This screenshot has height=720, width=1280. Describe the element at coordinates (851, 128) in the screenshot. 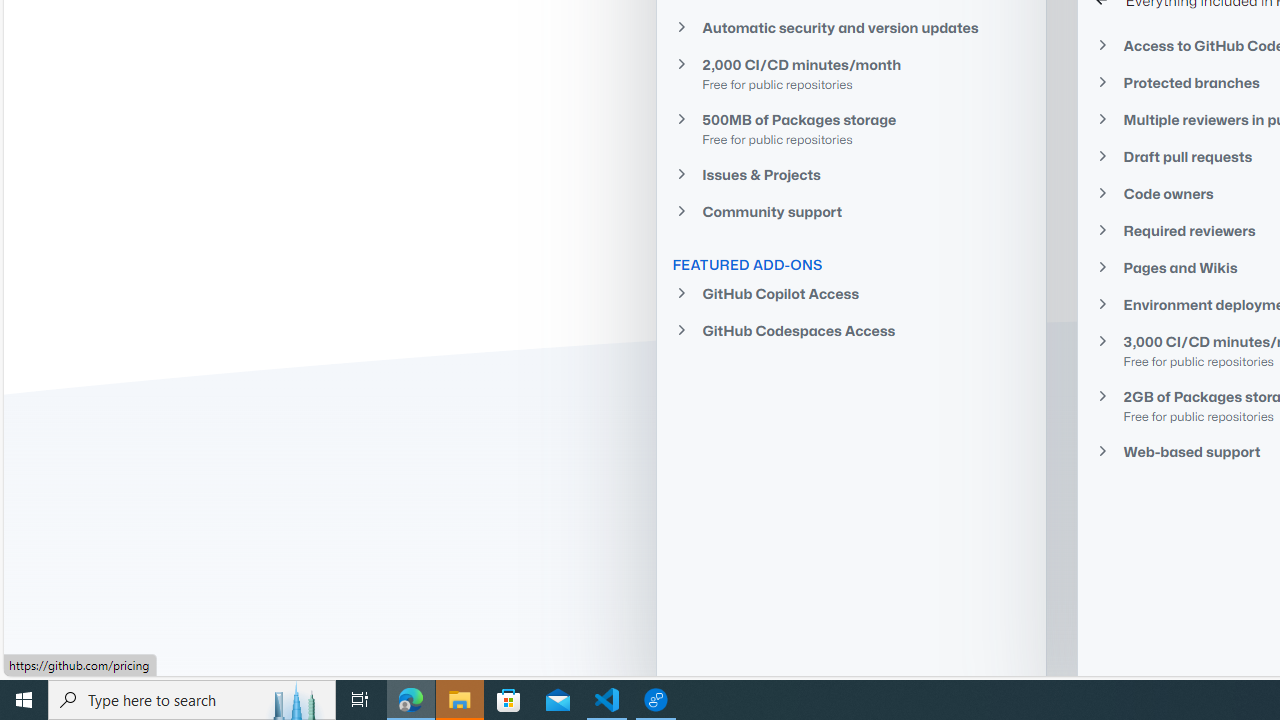

I see `'500MB of Packages storage Free for public repositories'` at that location.